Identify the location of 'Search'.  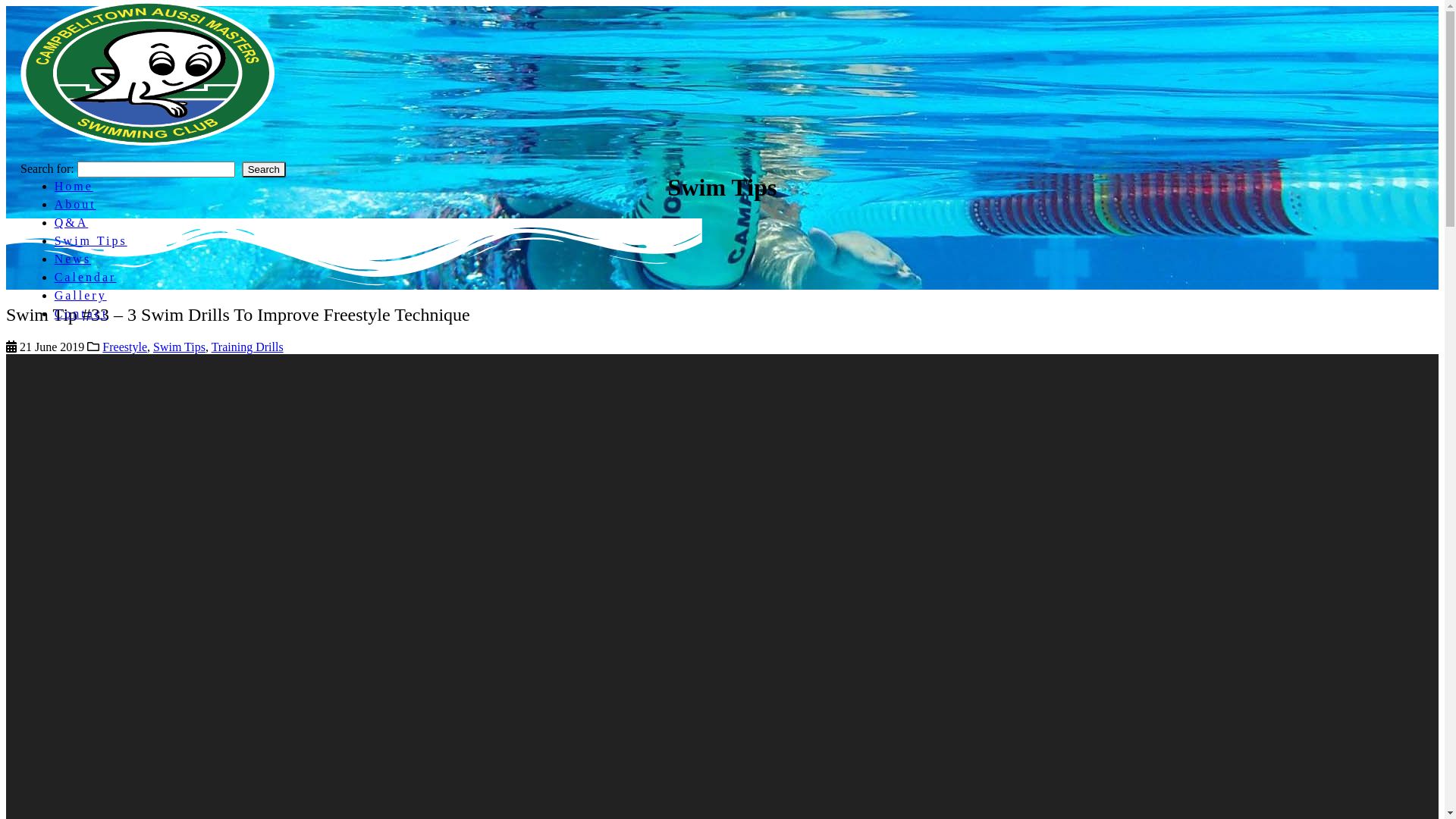
(240, 169).